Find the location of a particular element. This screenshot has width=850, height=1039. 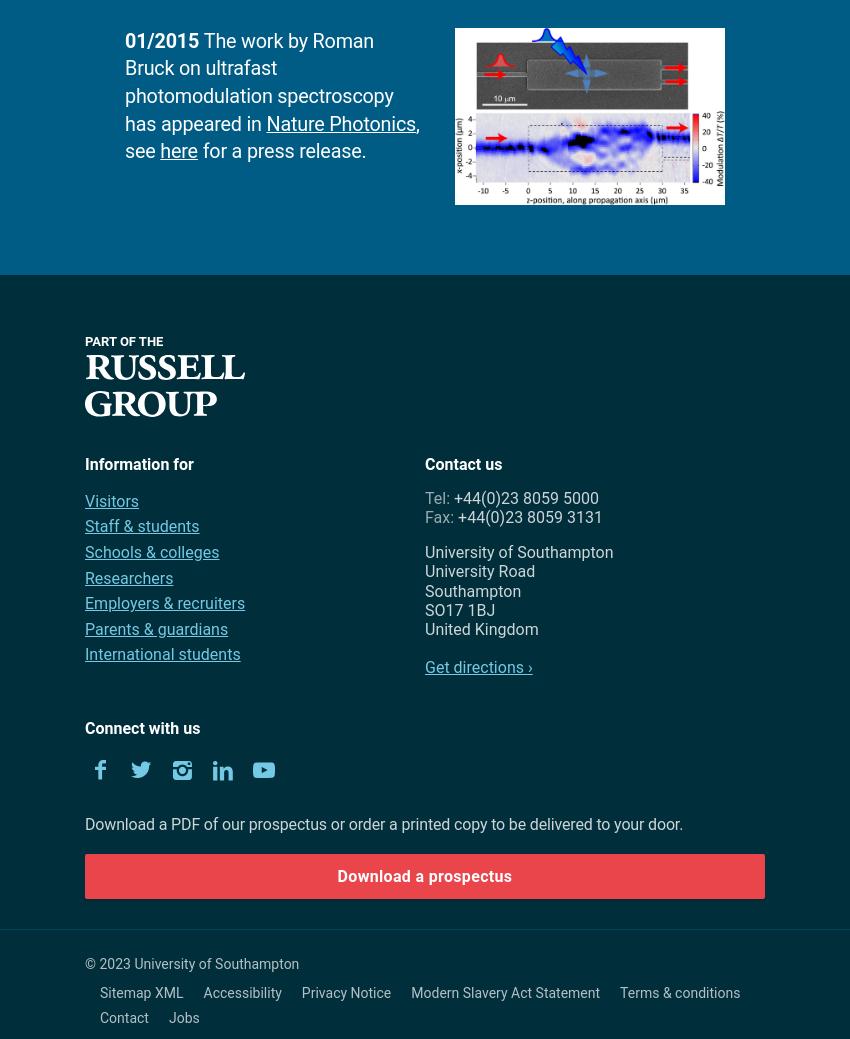

'Information for' is located at coordinates (138, 462).